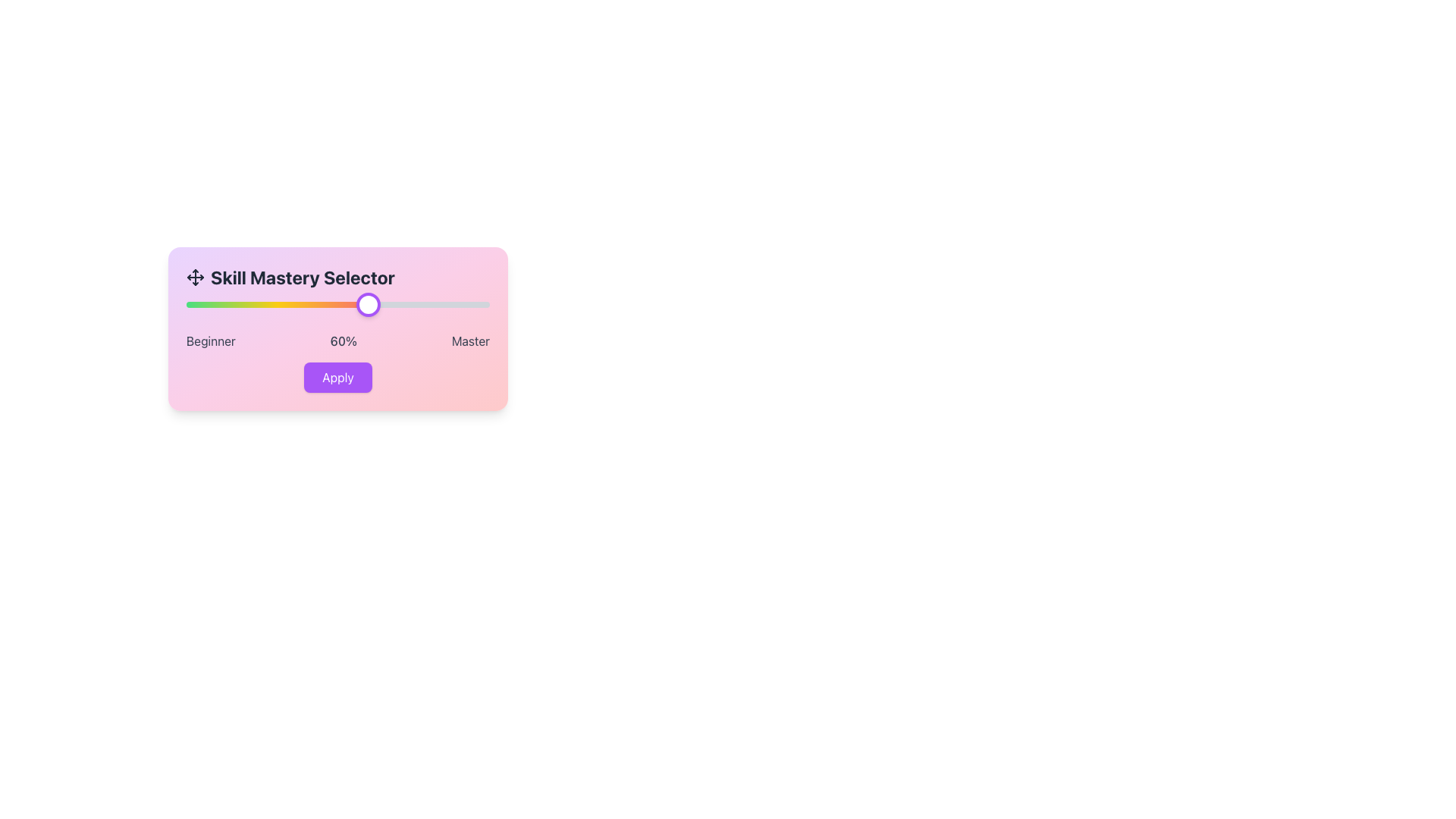  Describe the element at coordinates (347, 304) in the screenshot. I see `the slider position` at that location.